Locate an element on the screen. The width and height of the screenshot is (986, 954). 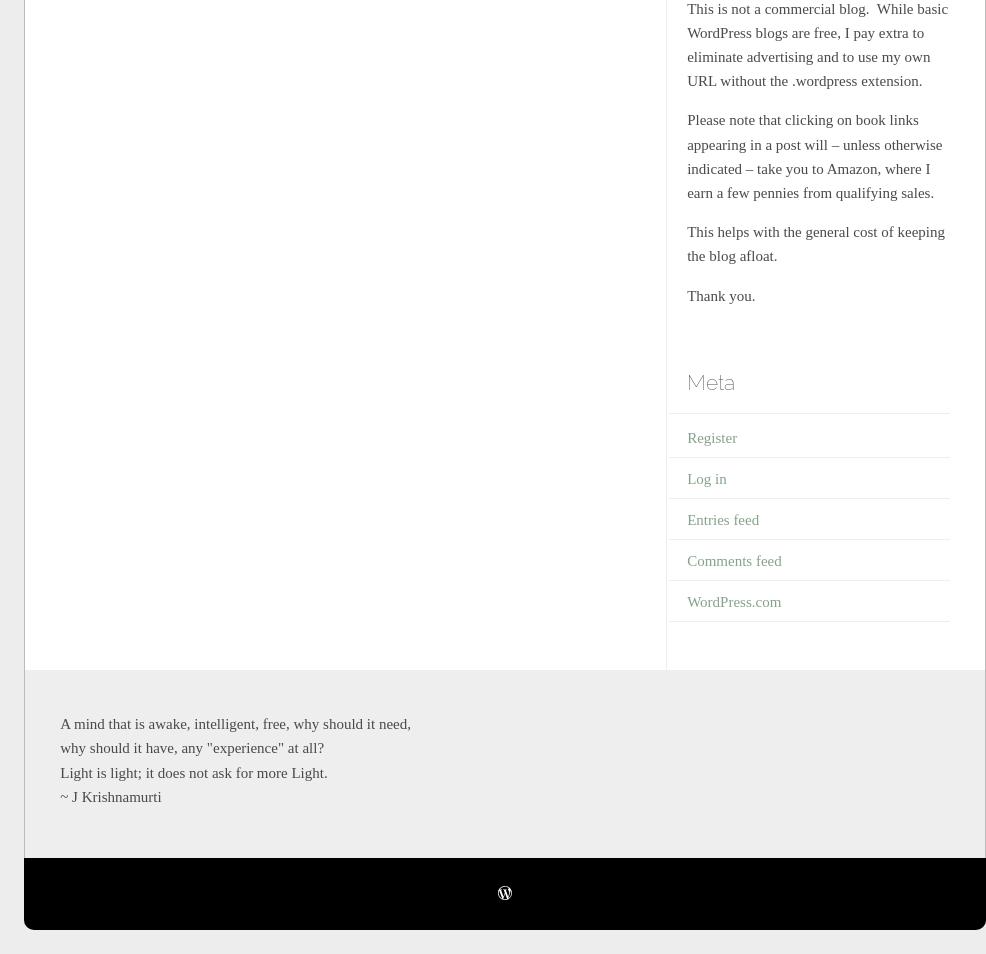
'Comments feed' is located at coordinates (686, 560).